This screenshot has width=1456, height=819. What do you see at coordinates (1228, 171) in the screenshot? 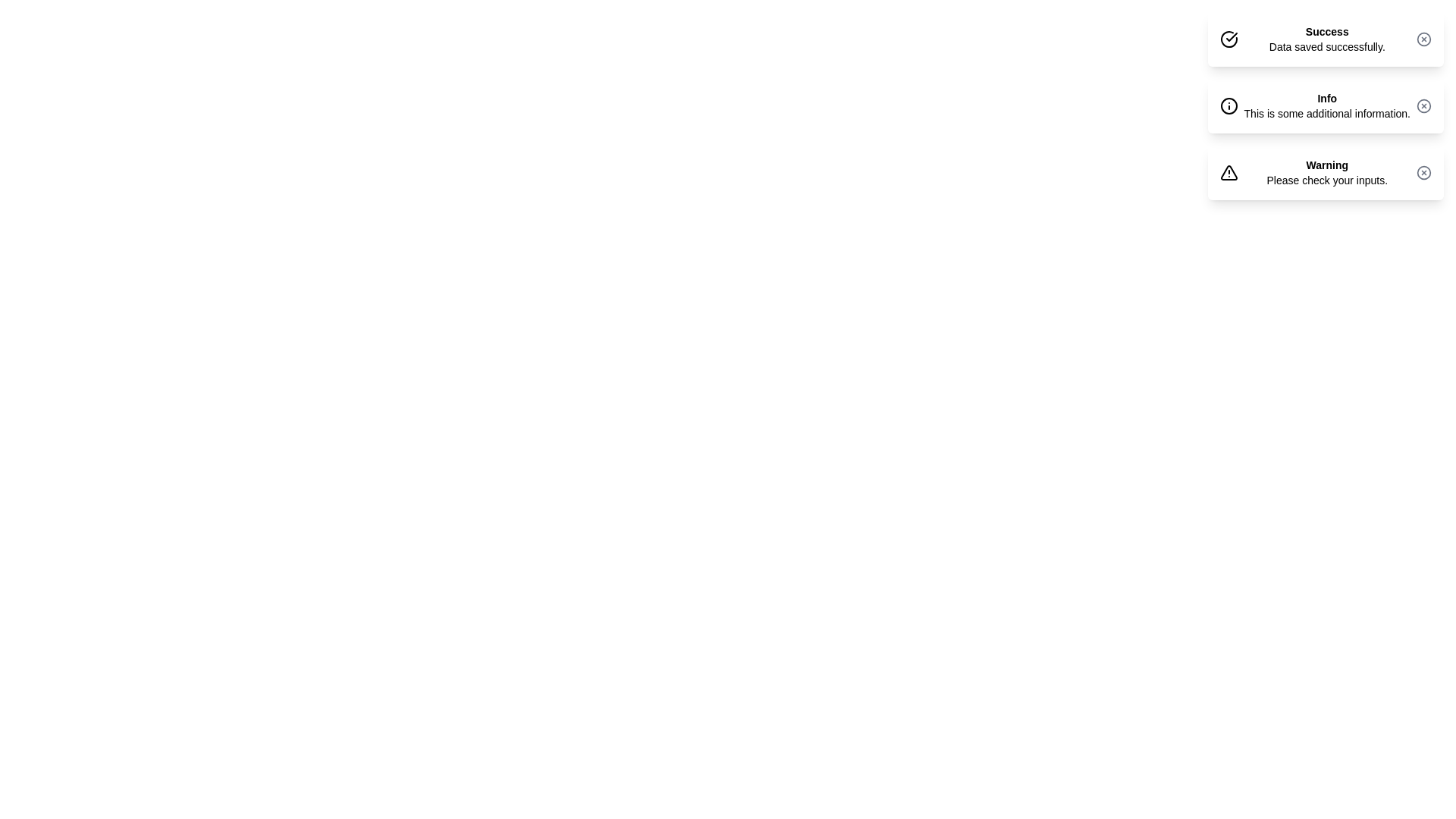
I see `the warning icon located to the left of the text content in the vertically arranged list of notifications` at bounding box center [1228, 171].